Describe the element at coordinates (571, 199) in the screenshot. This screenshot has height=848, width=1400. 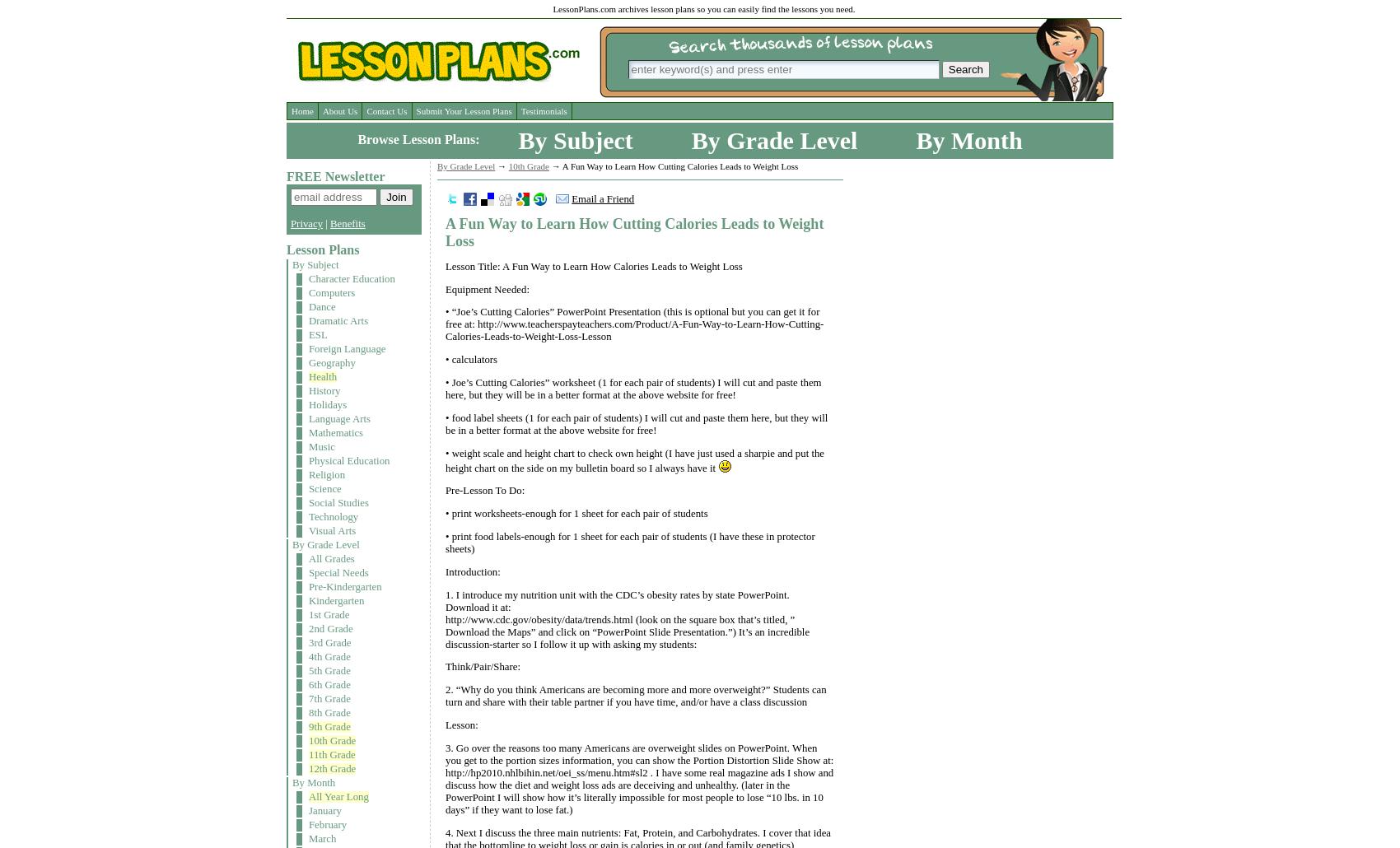
I see `'Email a Friend'` at that location.